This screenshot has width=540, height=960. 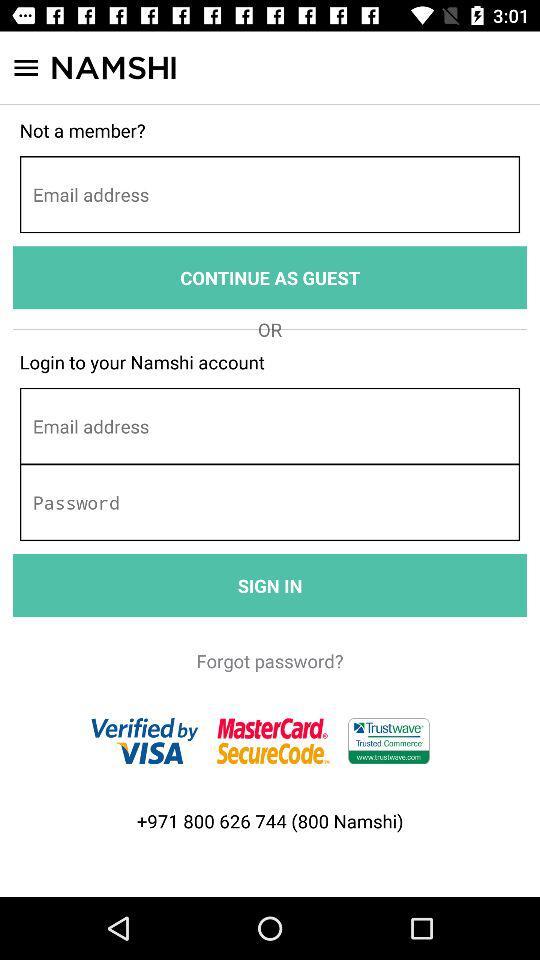 What do you see at coordinates (270, 661) in the screenshot?
I see `forgot password?` at bounding box center [270, 661].